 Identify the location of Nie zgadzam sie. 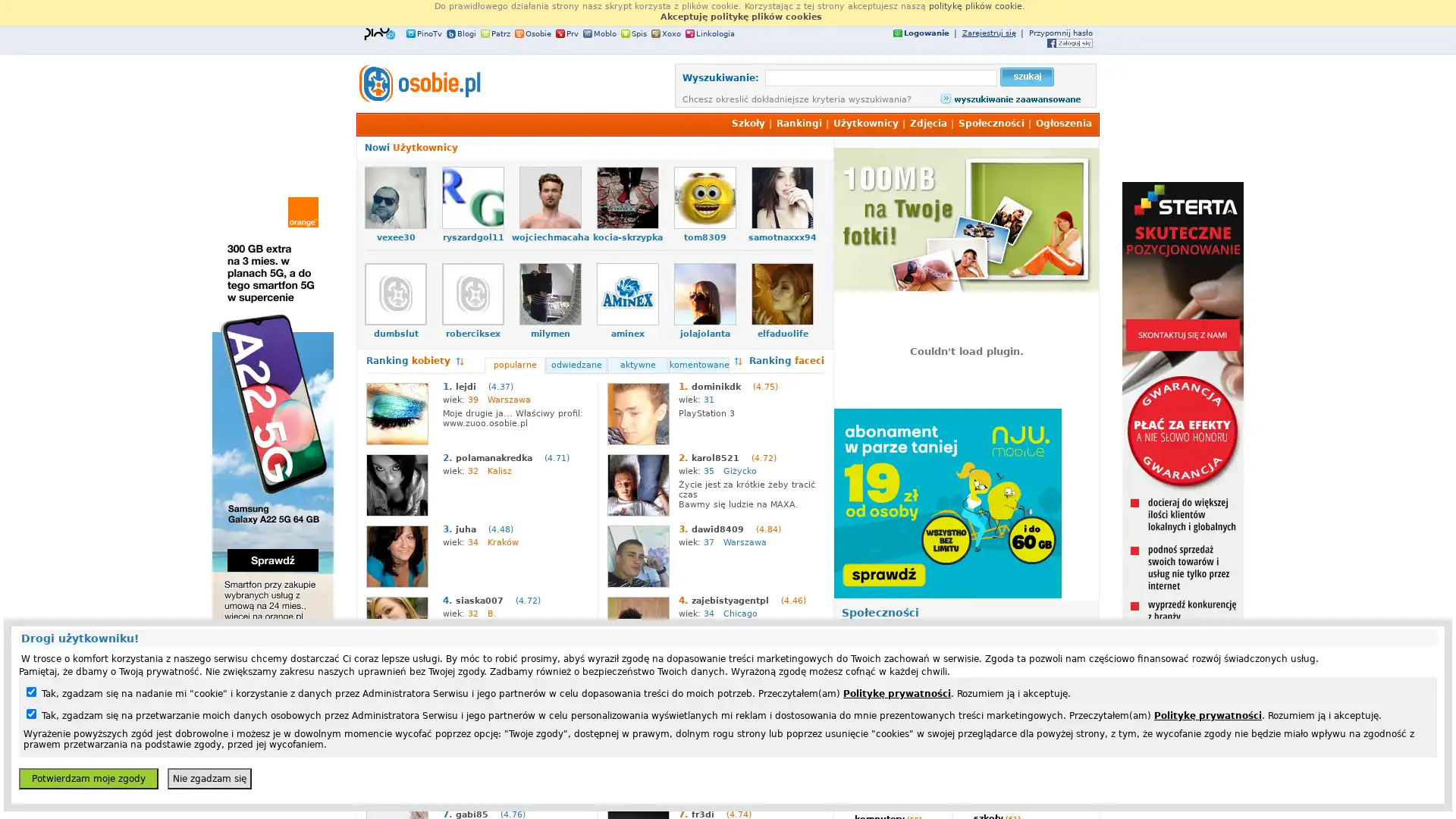
(209, 778).